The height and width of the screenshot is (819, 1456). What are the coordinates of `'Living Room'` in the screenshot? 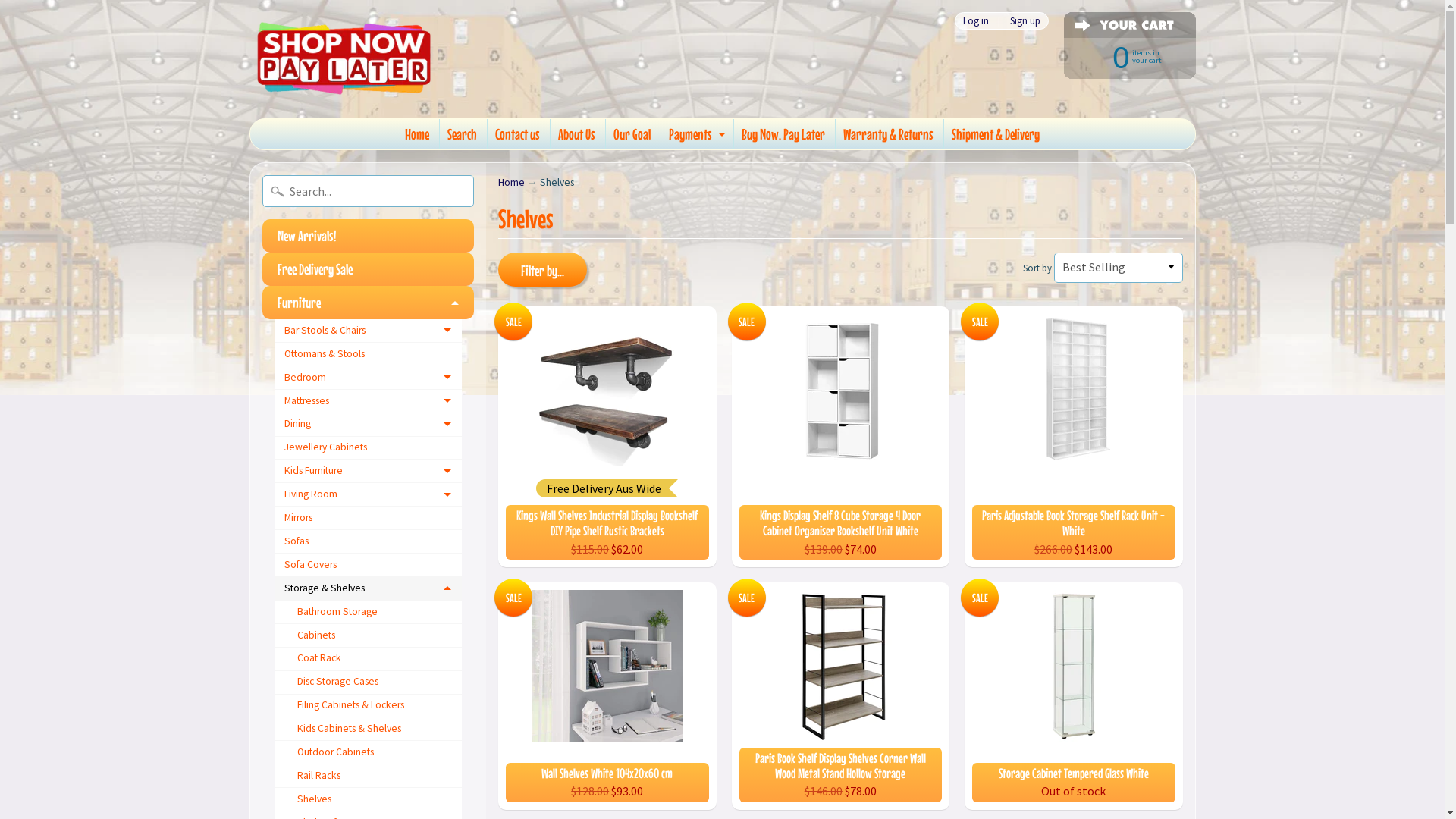 It's located at (368, 494).